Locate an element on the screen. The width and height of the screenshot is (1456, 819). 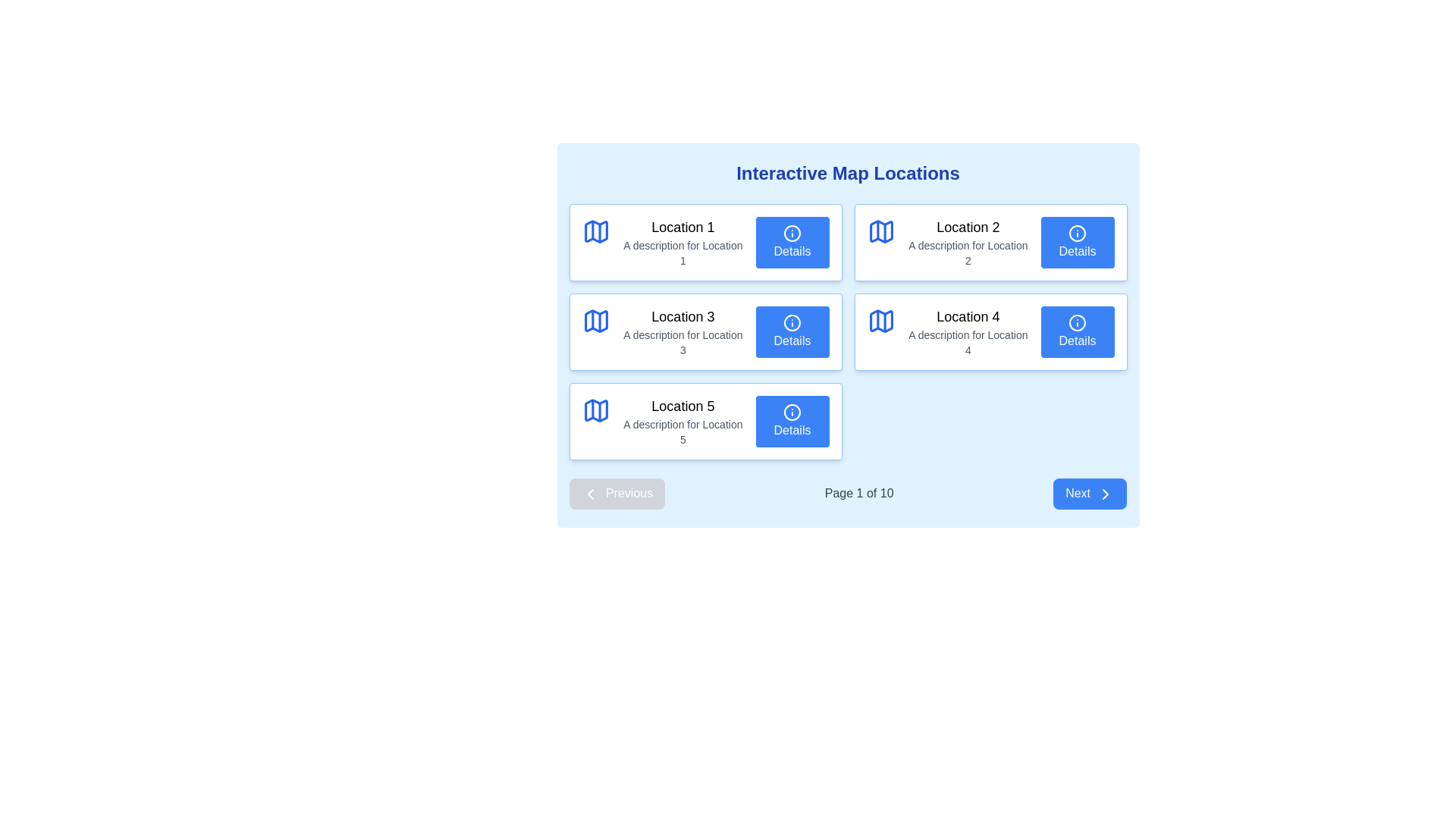
the button located in the card titled 'Location 4' to change its color is located at coordinates (1076, 331).